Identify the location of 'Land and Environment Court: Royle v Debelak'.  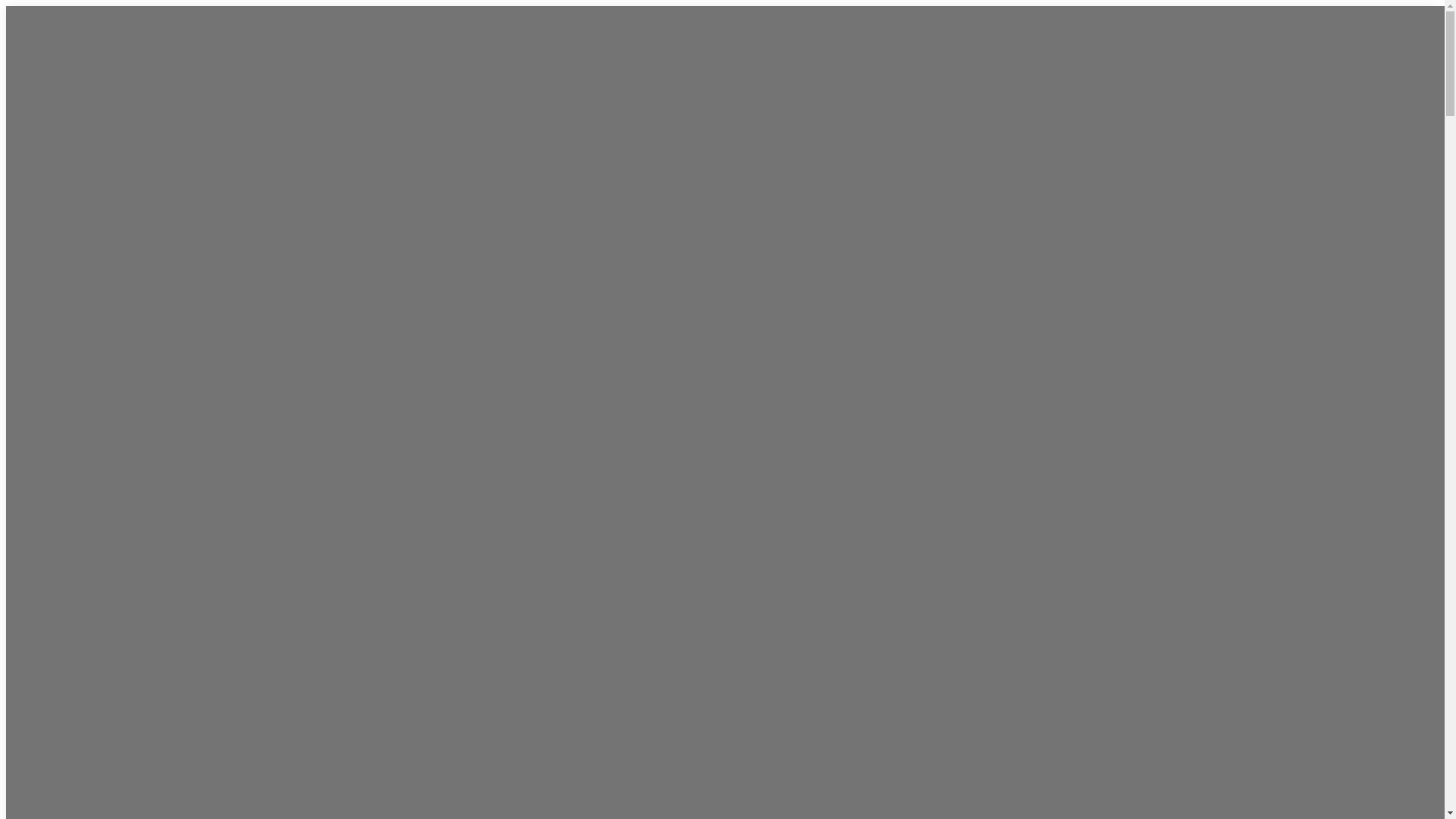
(723, 626).